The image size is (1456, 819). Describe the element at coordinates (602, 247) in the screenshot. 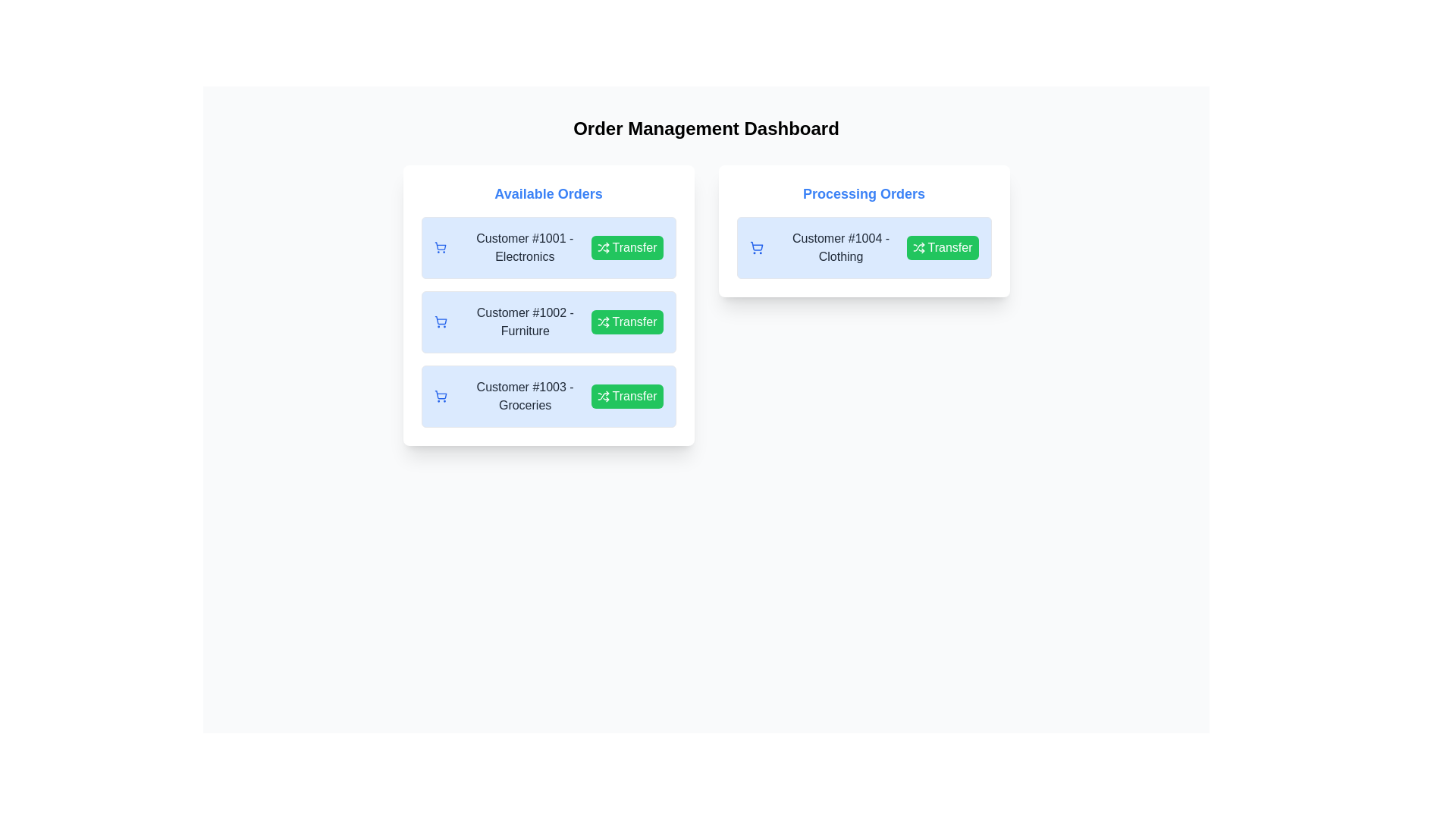

I see `the 'Transfer' button icon located in the first row of the 'Available Orders' section` at that location.